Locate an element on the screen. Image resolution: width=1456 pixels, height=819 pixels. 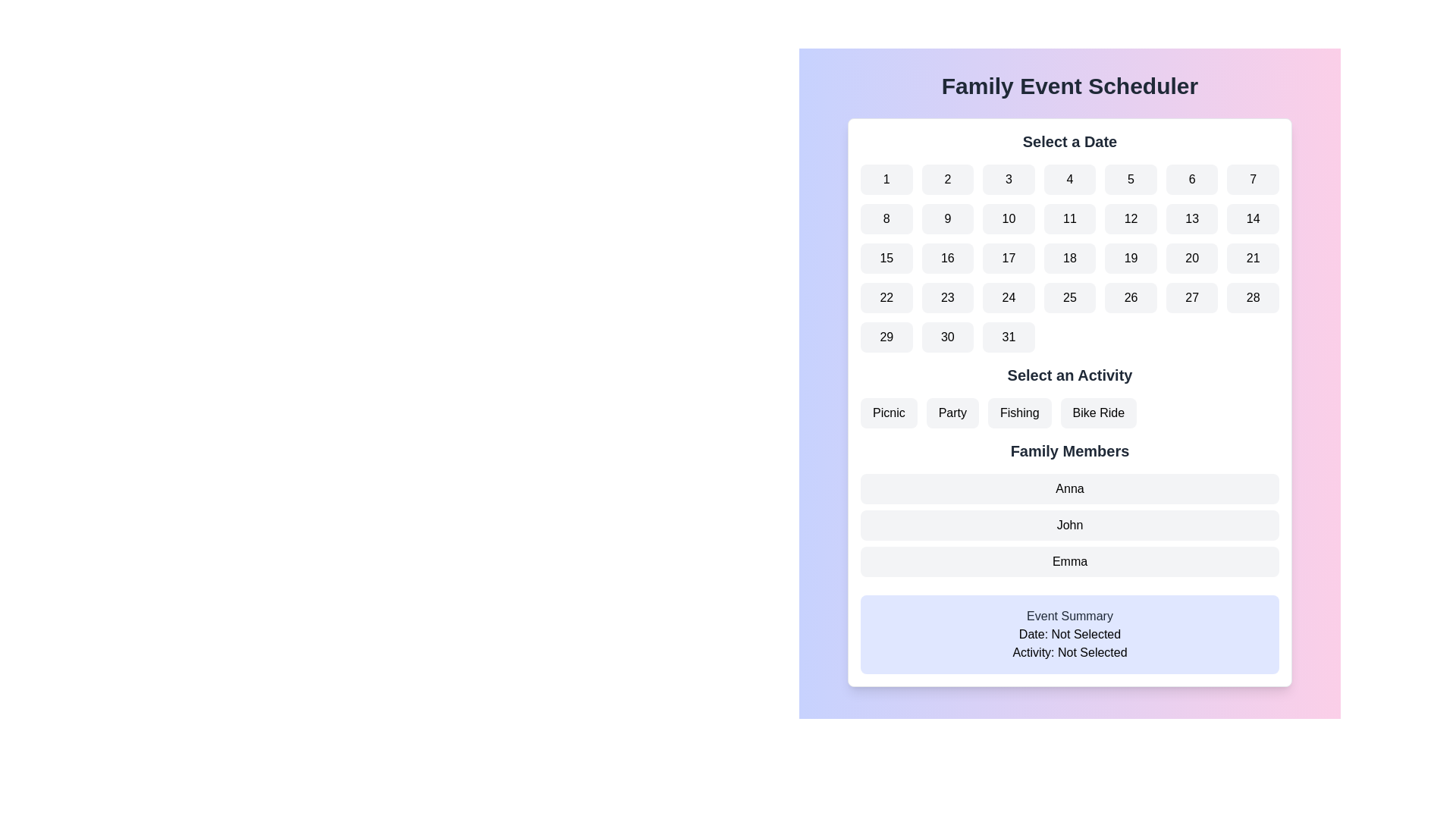
the rectangular button with the number '28' in bold black font is located at coordinates (1253, 298).